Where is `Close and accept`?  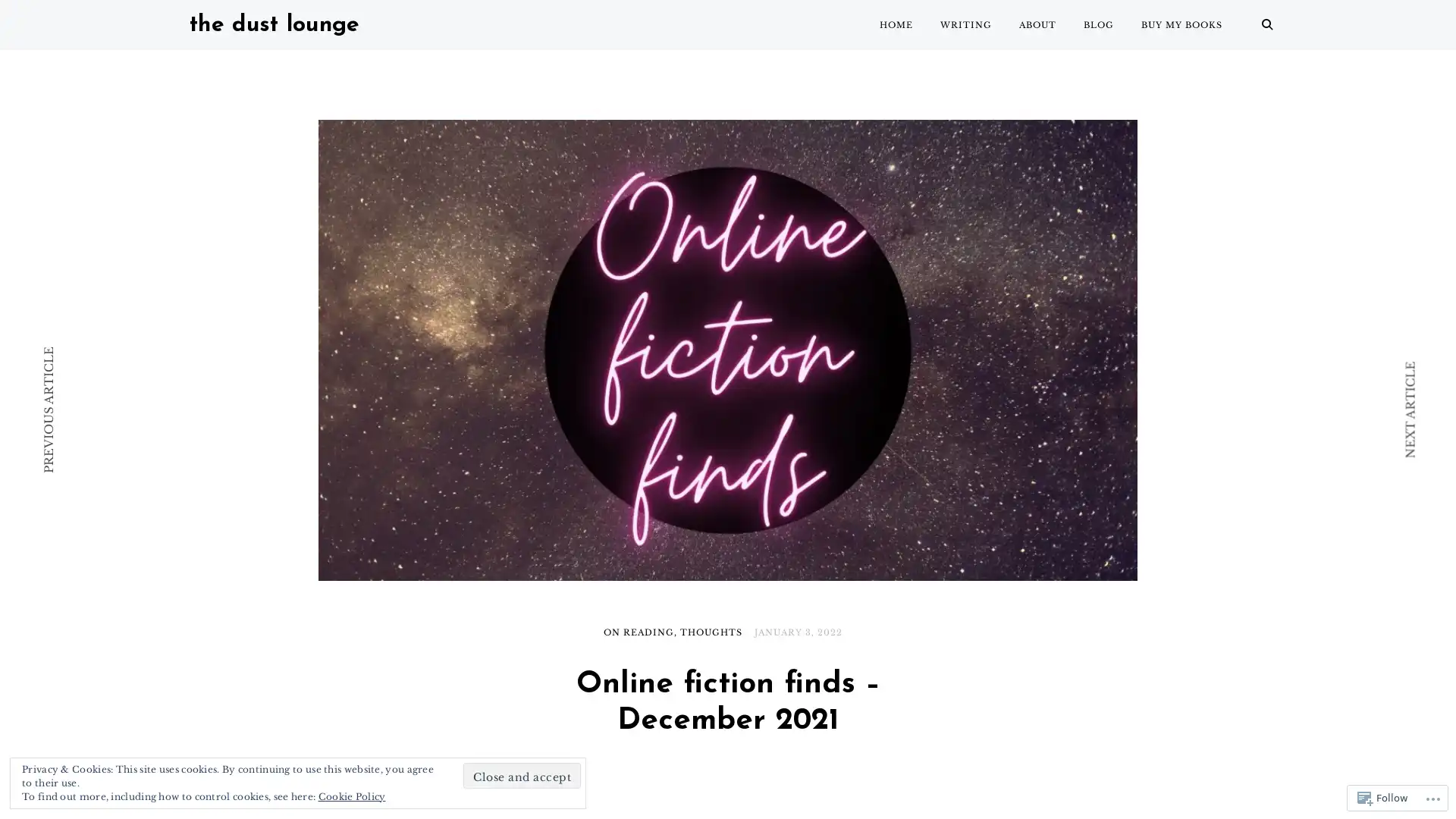 Close and accept is located at coordinates (522, 775).